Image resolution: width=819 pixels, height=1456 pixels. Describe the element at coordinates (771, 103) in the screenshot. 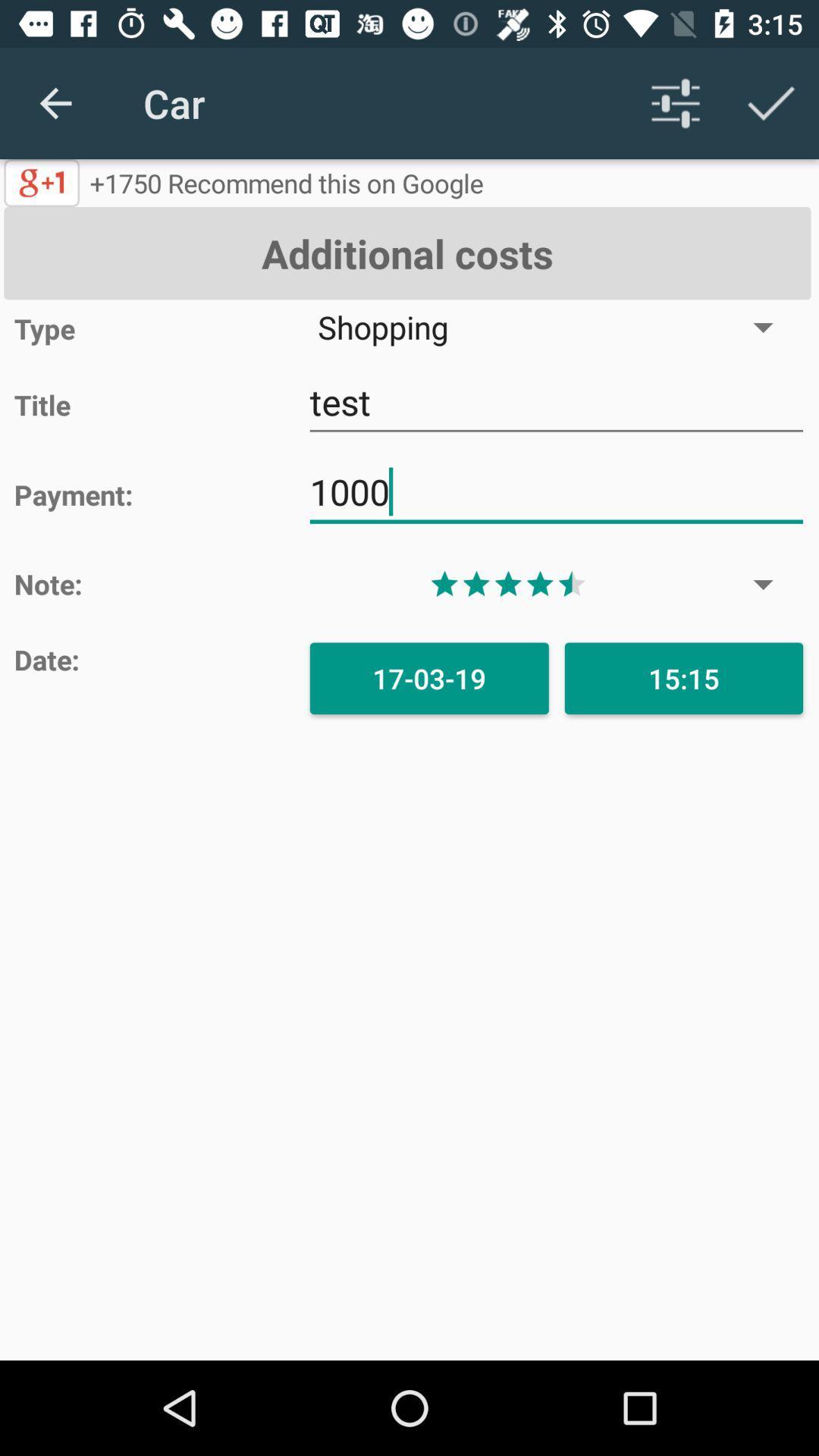

I see `the tick option on the top right corner` at that location.